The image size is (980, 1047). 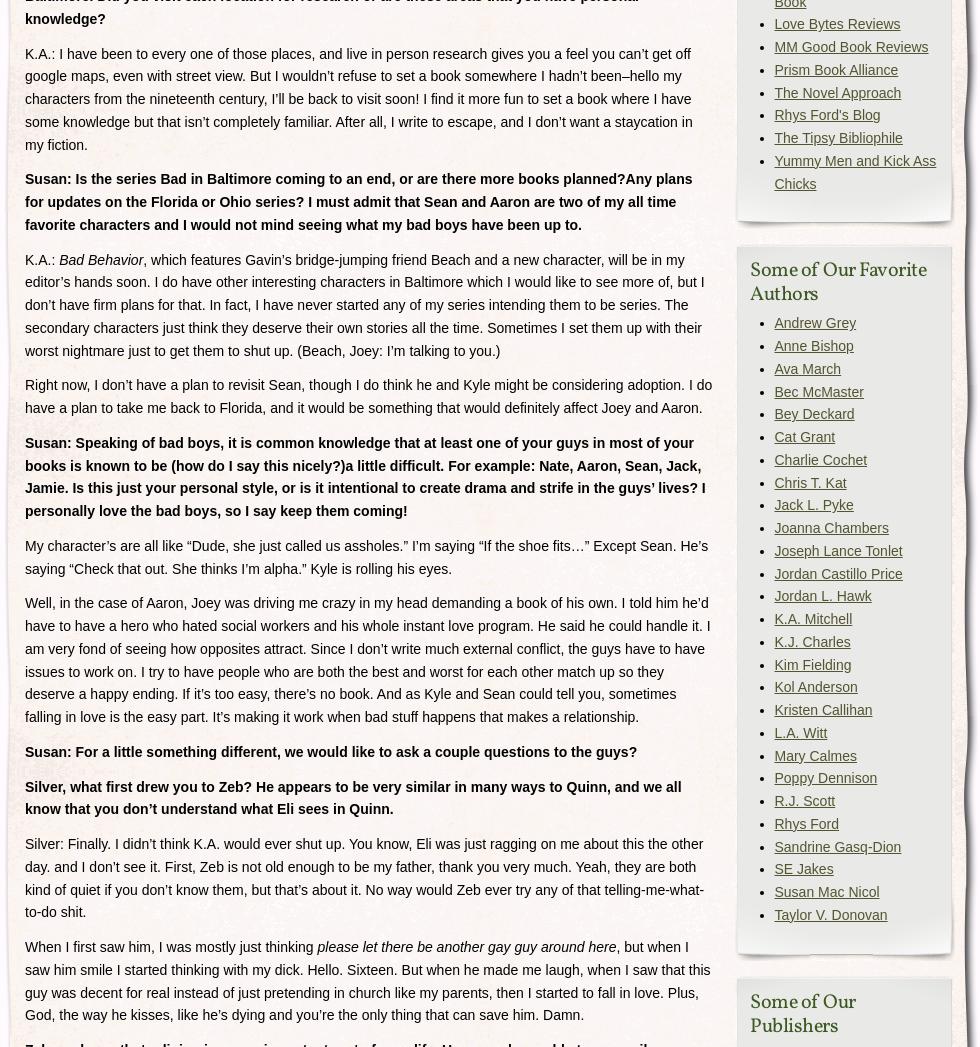 I want to click on 'Yummy Men and Kick Ass Chicks', so click(x=854, y=171).